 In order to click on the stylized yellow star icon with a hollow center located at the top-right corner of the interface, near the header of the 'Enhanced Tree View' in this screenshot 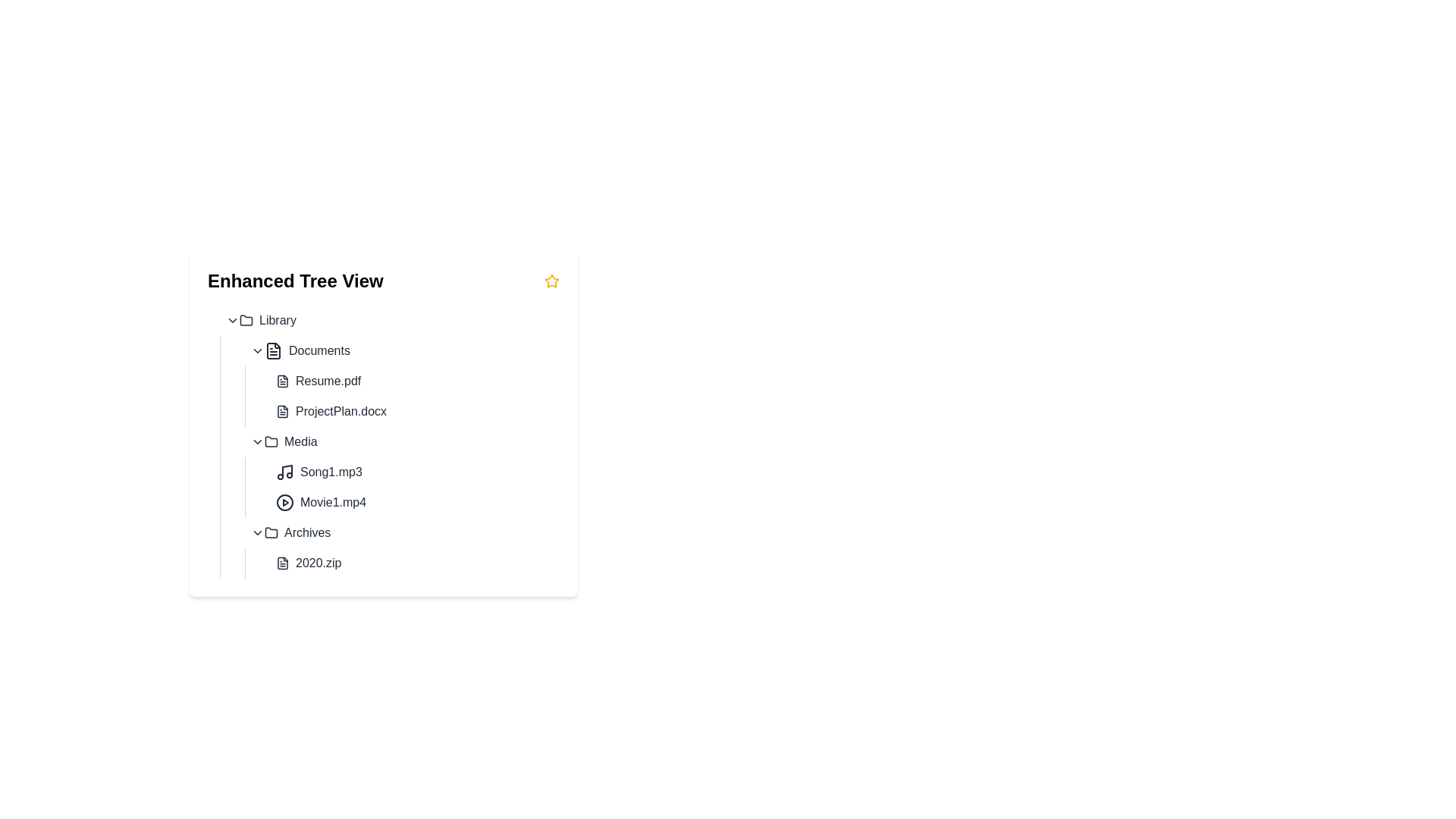, I will do `click(551, 281)`.